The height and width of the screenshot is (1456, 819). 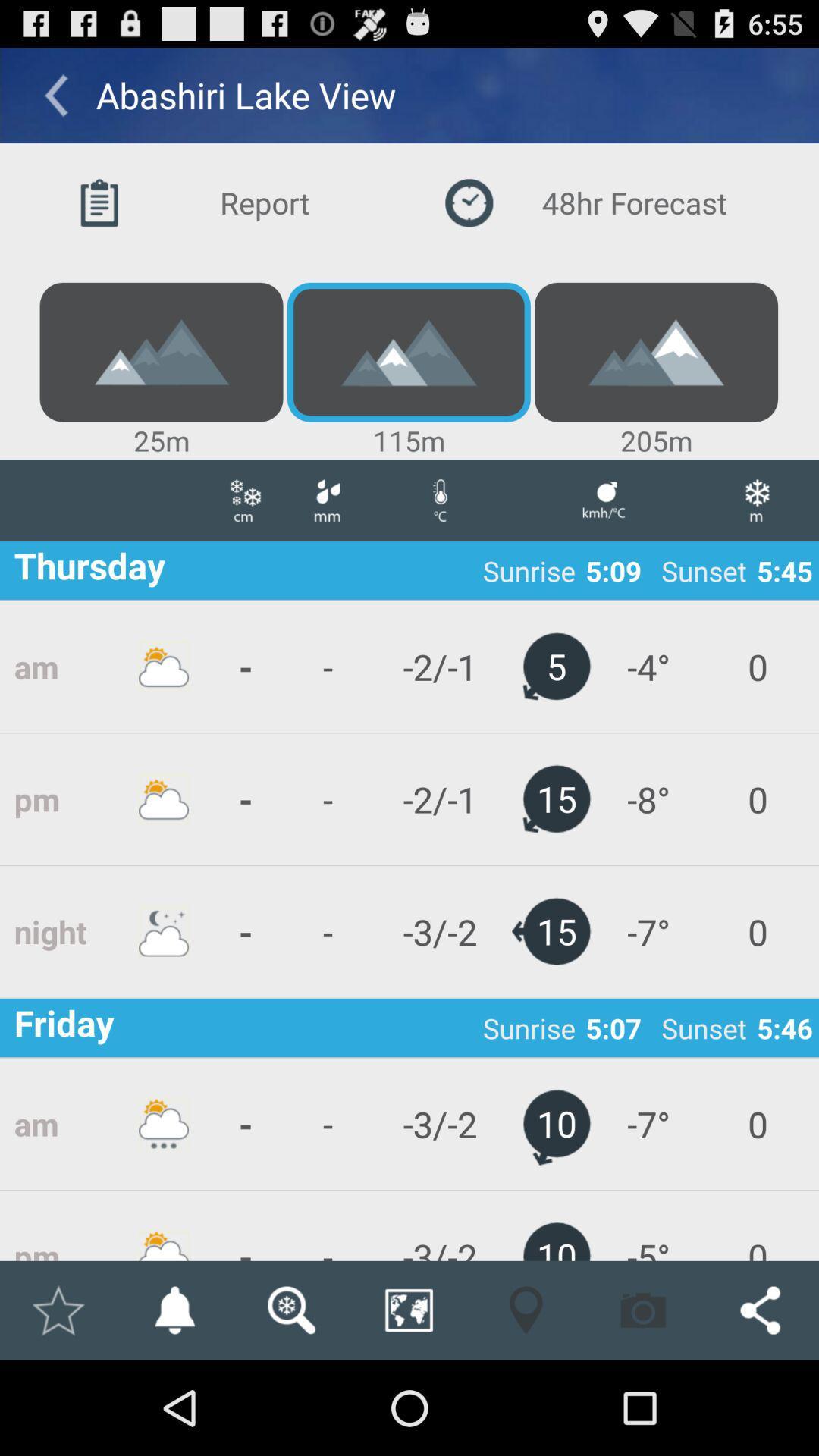 I want to click on the - item, so click(x=327, y=1225).